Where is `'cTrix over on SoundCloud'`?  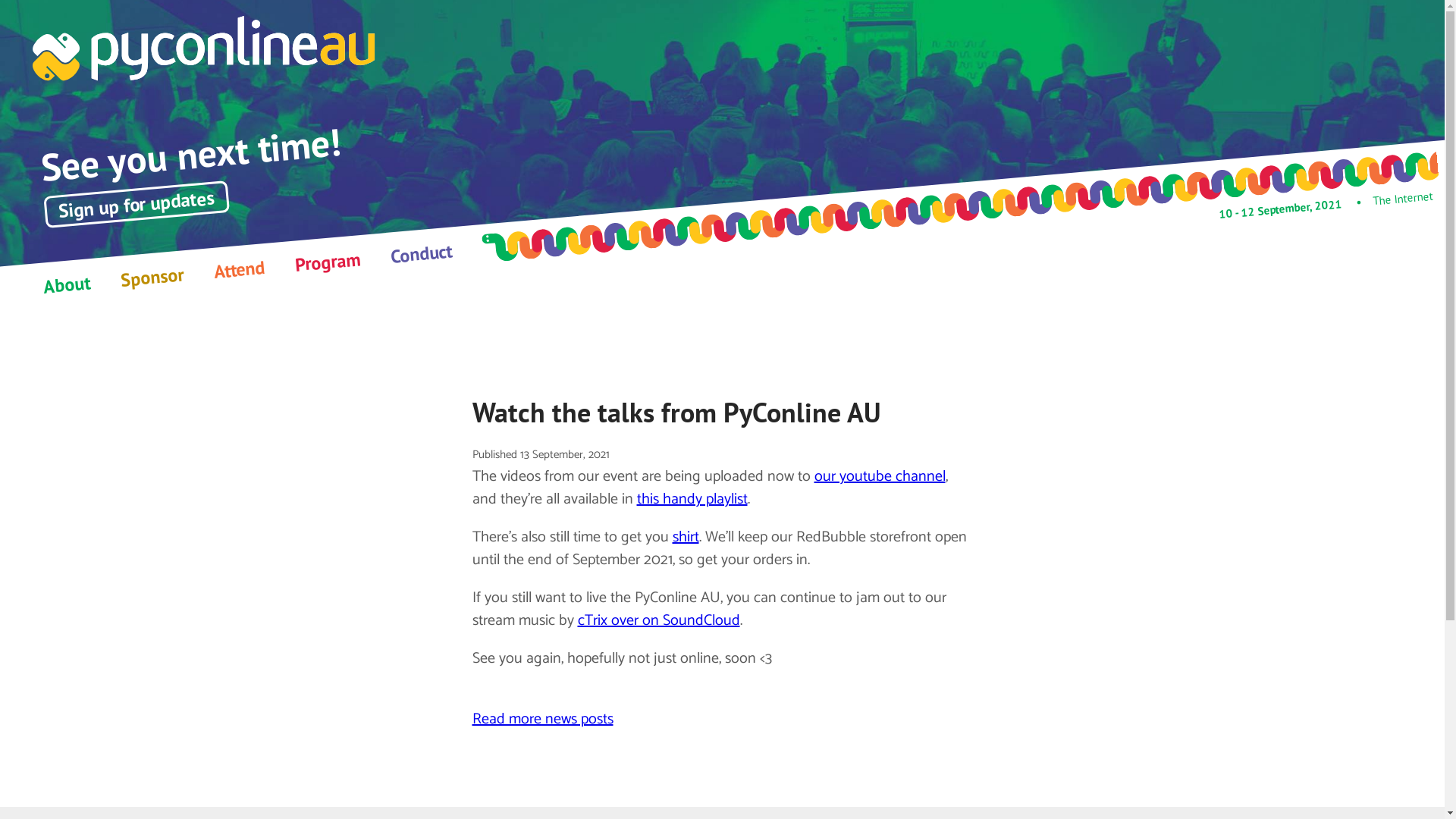 'cTrix over on SoundCloud' is located at coordinates (658, 620).